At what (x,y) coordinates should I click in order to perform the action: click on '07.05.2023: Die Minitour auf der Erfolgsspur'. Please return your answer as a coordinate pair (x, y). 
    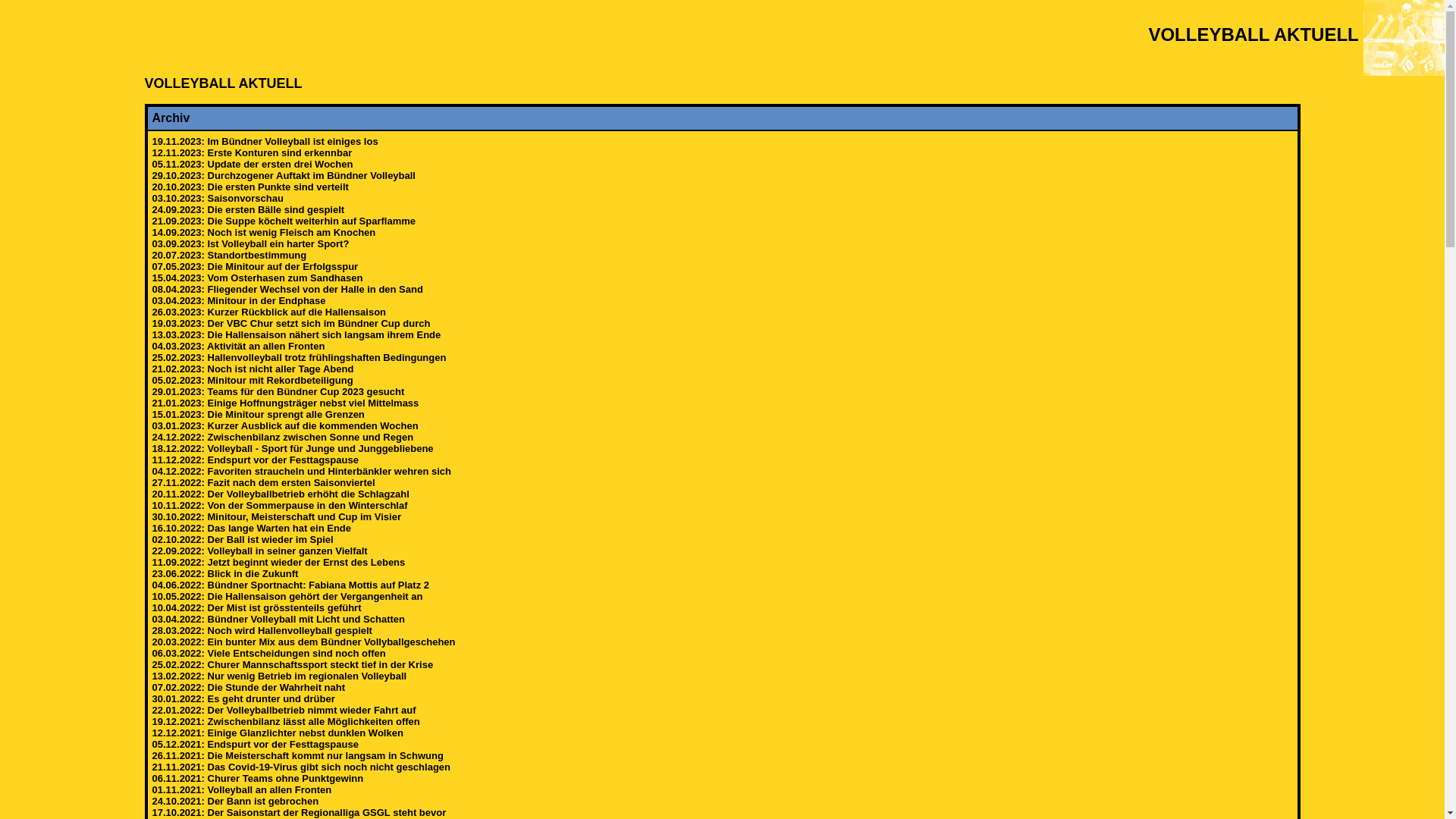
    Looking at the image, I should click on (255, 265).